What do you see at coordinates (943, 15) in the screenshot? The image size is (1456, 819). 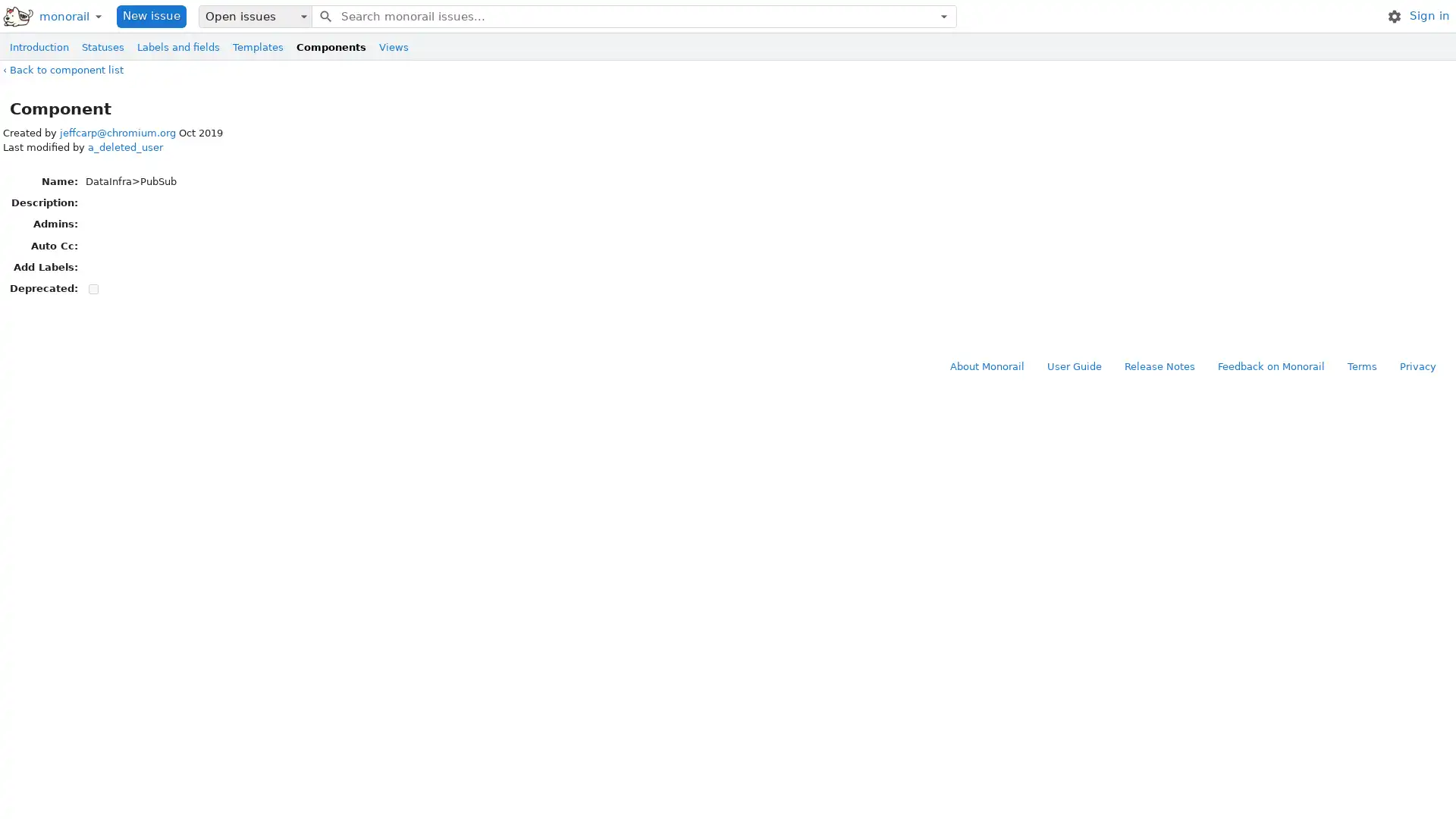 I see `Search options` at bounding box center [943, 15].